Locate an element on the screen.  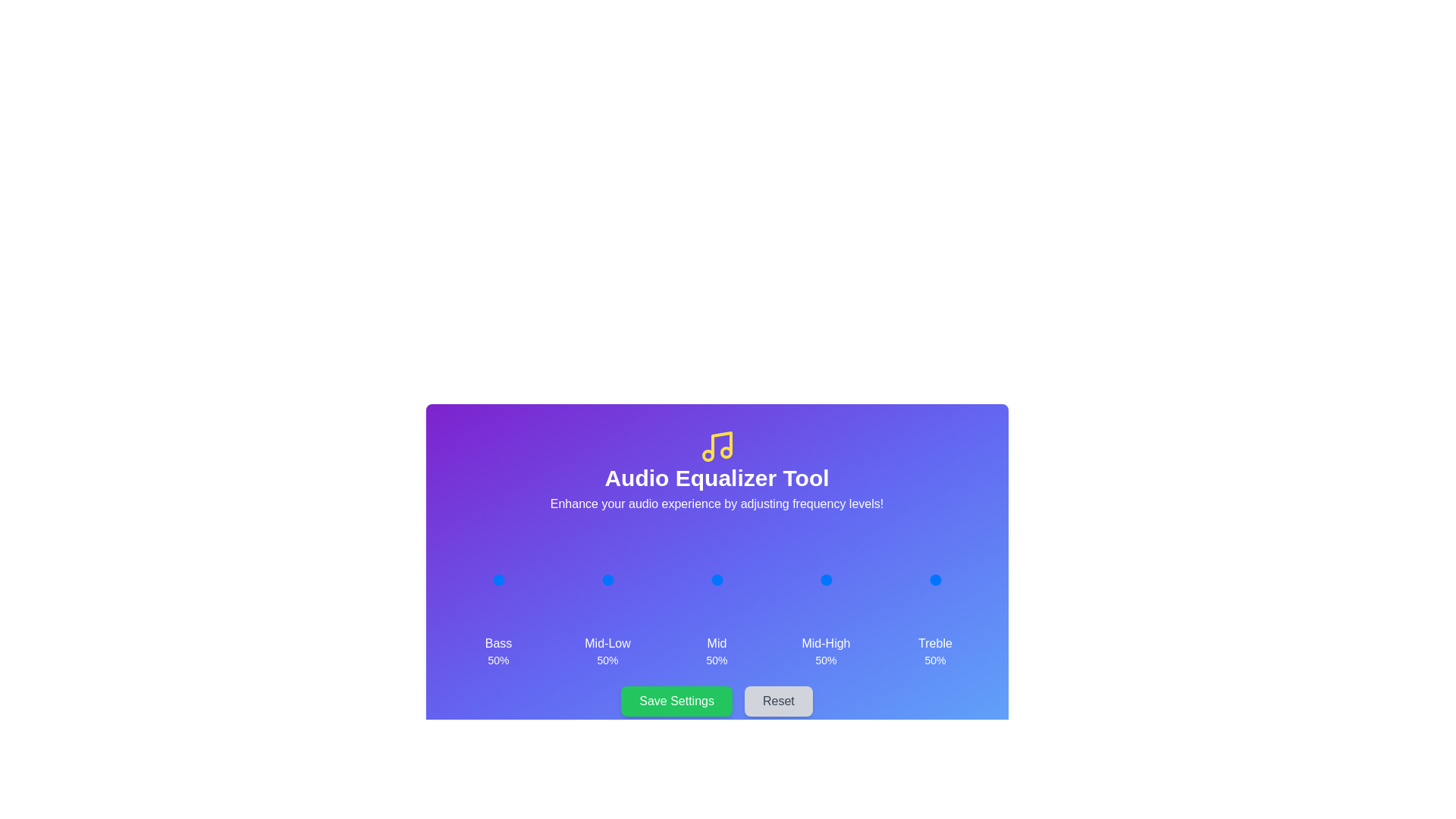
the 2 slider to 8% is located at coordinates (695, 579).